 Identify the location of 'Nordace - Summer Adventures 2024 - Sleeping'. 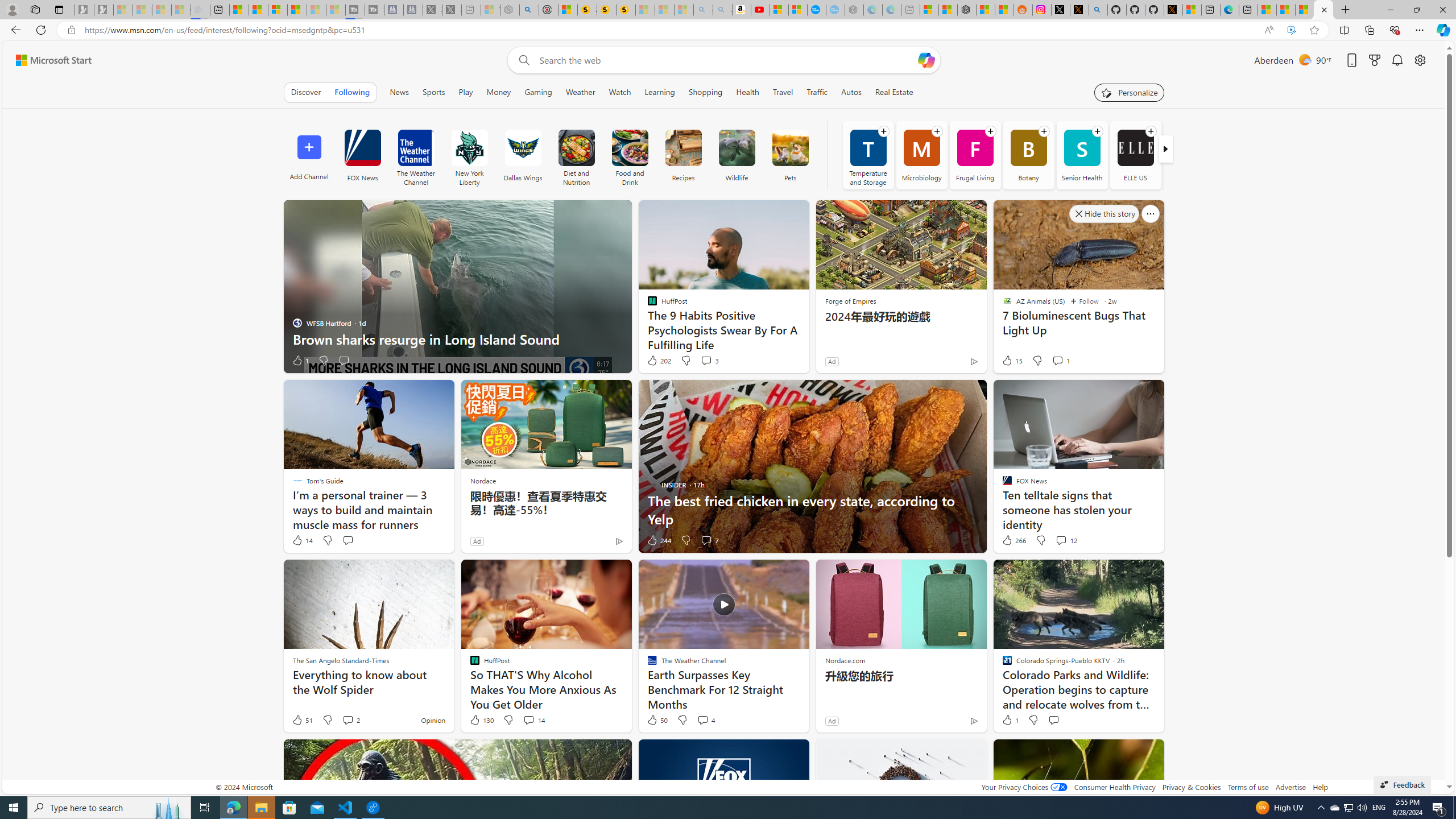
(510, 9).